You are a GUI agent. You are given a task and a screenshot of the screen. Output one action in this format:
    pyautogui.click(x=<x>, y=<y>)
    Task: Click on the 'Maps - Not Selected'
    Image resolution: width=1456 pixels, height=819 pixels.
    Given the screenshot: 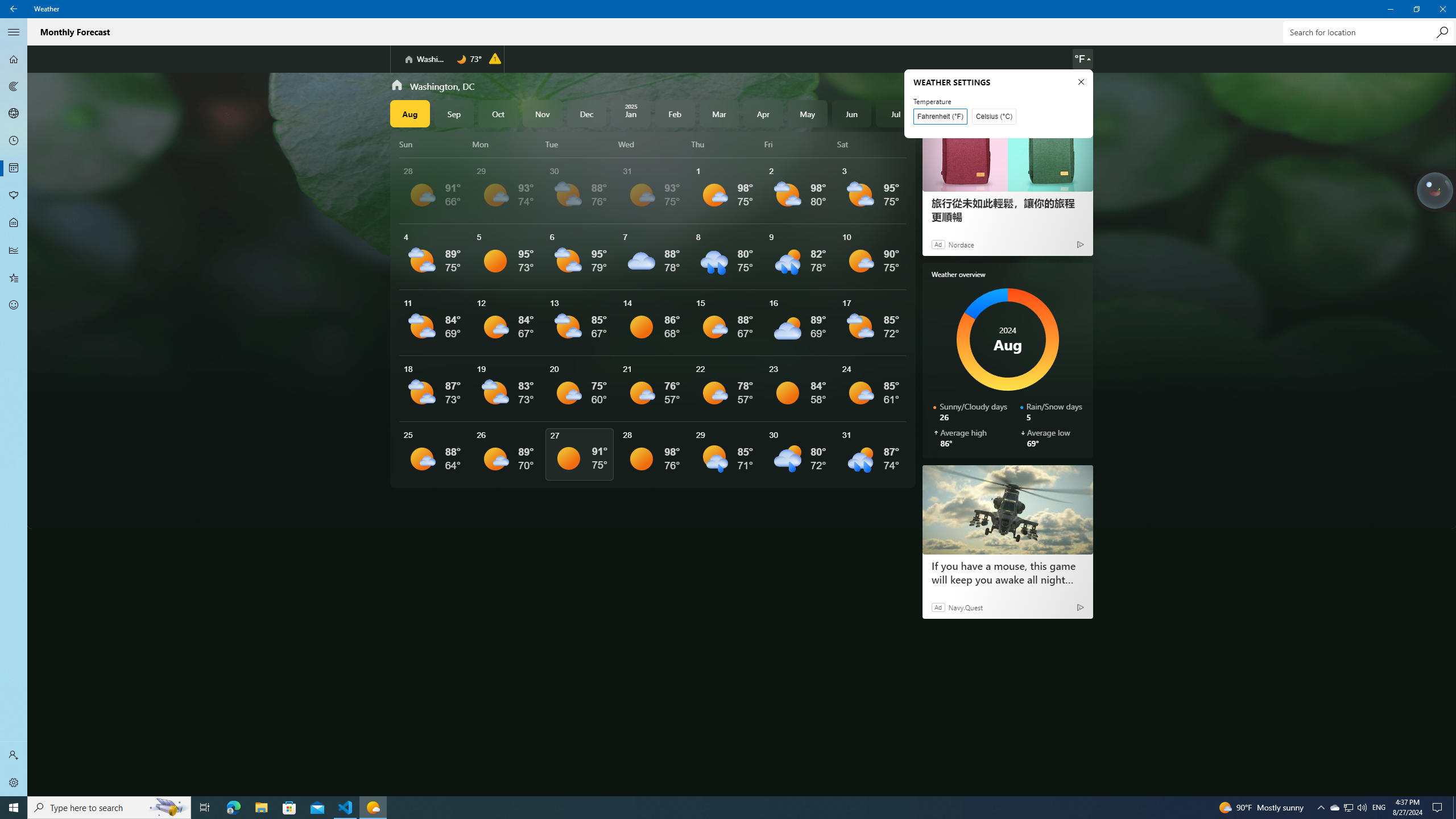 What is the action you would take?
    pyautogui.click(x=14, y=85)
    